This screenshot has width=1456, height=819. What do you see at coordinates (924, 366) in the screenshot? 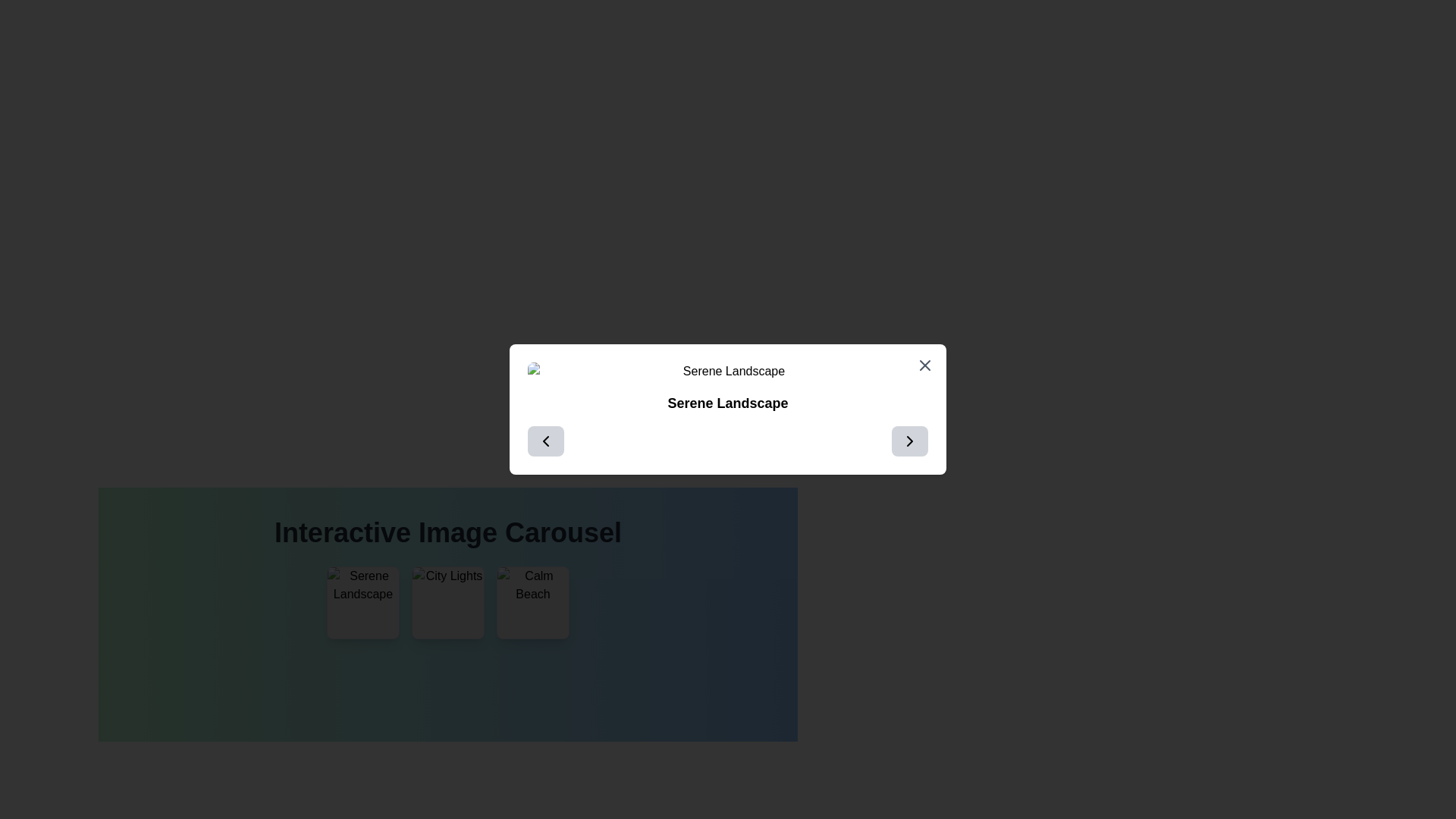
I see `the close button represented by an 'X' icon in the top-right corner of the modal dialog` at bounding box center [924, 366].